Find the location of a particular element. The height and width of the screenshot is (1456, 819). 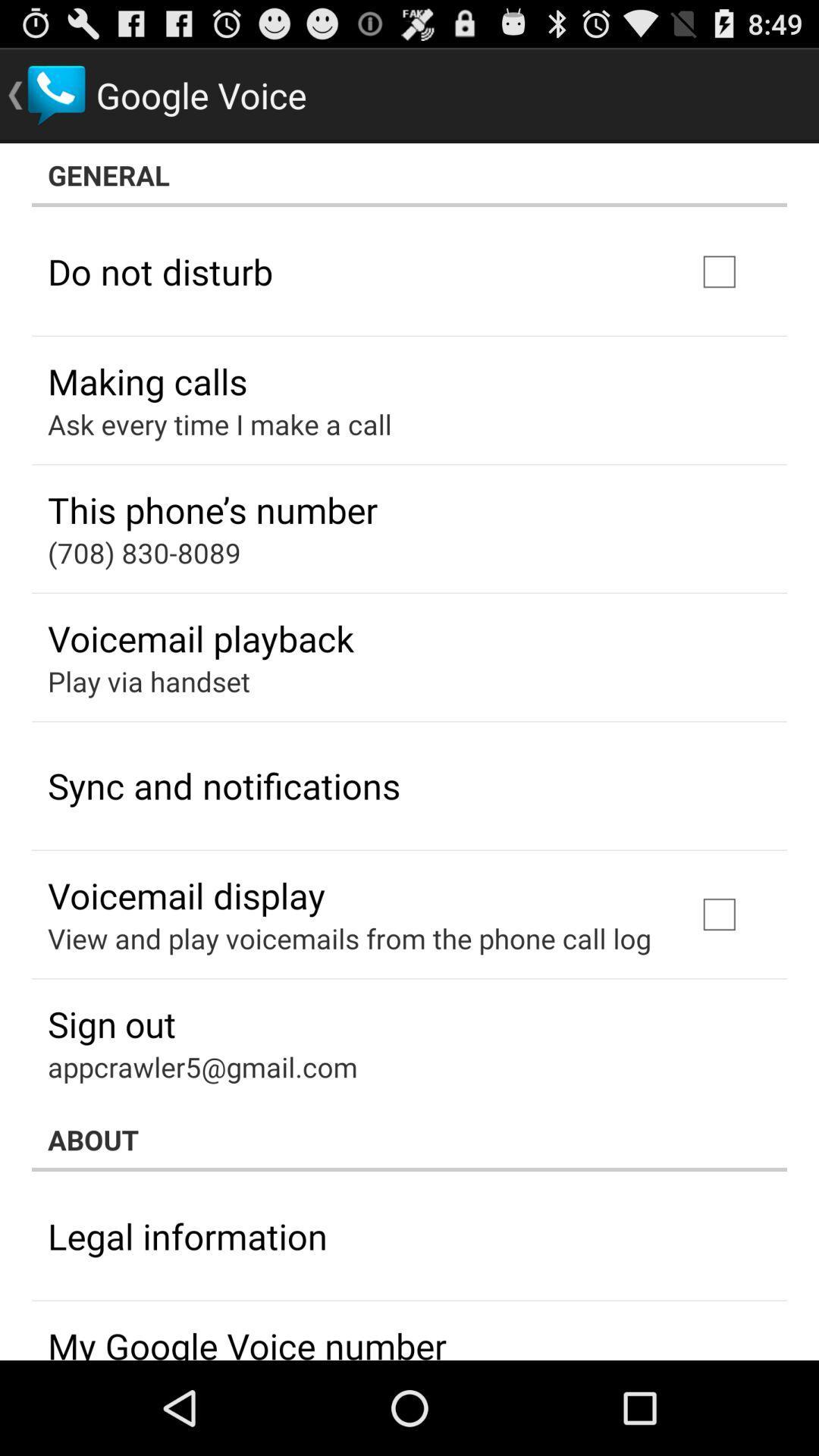

app below the play via handset is located at coordinates (224, 786).